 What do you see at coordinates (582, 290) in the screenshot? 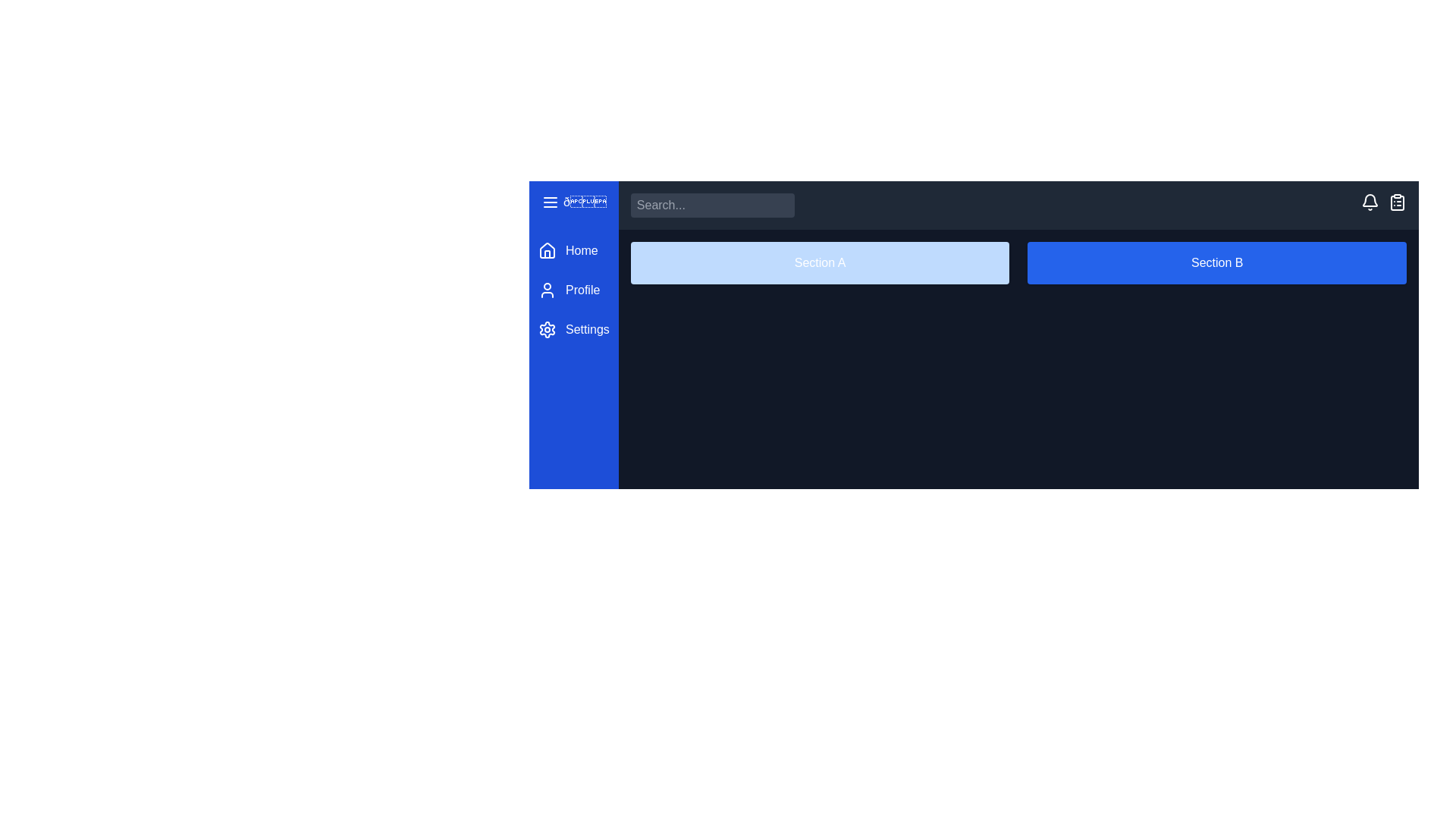
I see `the 'Profile' text label in the vertical navigation menu` at bounding box center [582, 290].